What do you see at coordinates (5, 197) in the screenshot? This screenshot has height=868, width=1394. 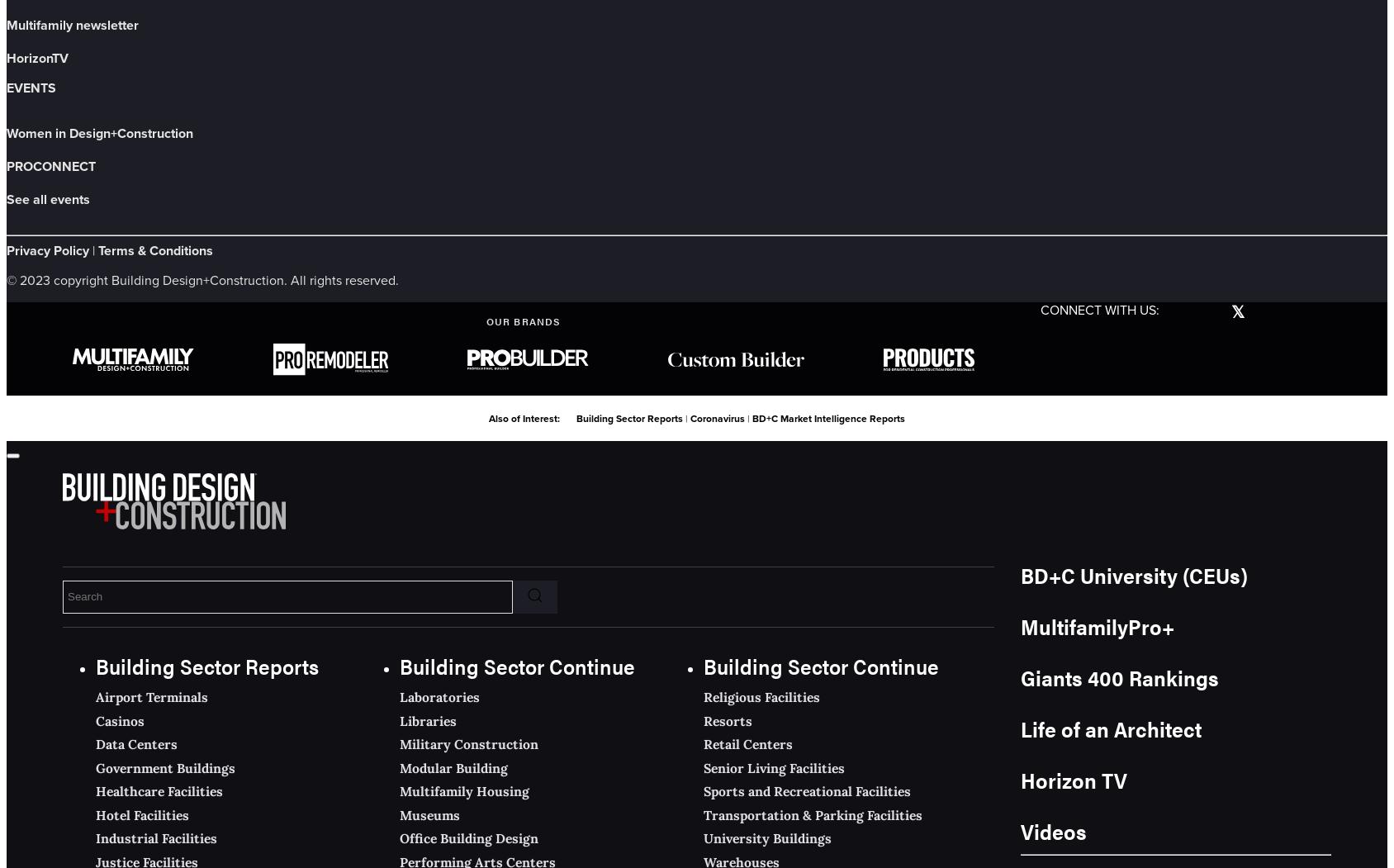 I see `'See all events'` at bounding box center [5, 197].